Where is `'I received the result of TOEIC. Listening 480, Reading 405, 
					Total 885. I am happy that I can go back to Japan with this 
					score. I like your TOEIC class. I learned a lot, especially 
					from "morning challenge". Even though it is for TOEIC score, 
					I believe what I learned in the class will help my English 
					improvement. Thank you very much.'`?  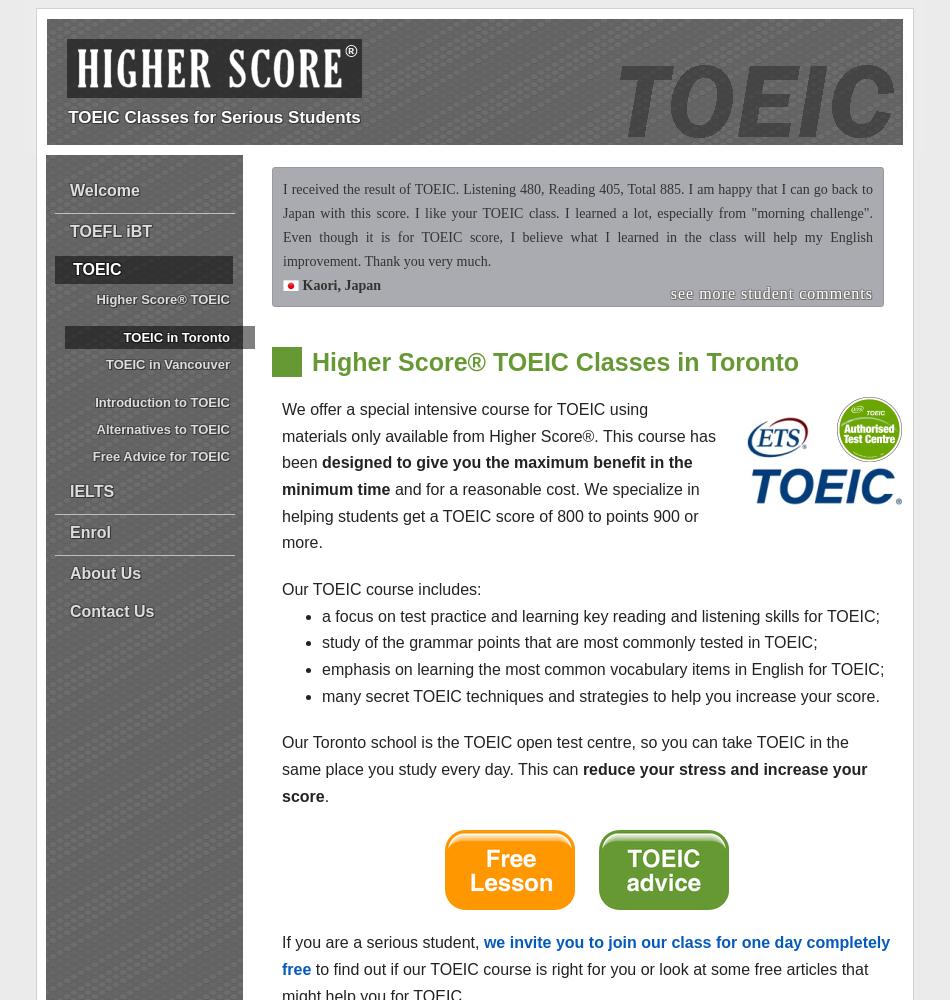
'I received the result of TOEIC. Listening 480, Reading 405, 
					Total 885. I am happy that I can go back to Japan with this 
					score. I like your TOEIC class. I learned a lot, especially 
					from "morning challenge". Even though it is for TOEIC score, 
					I believe what I learned in the class will help my English 
					improvement. Thank you very much.' is located at coordinates (577, 224).